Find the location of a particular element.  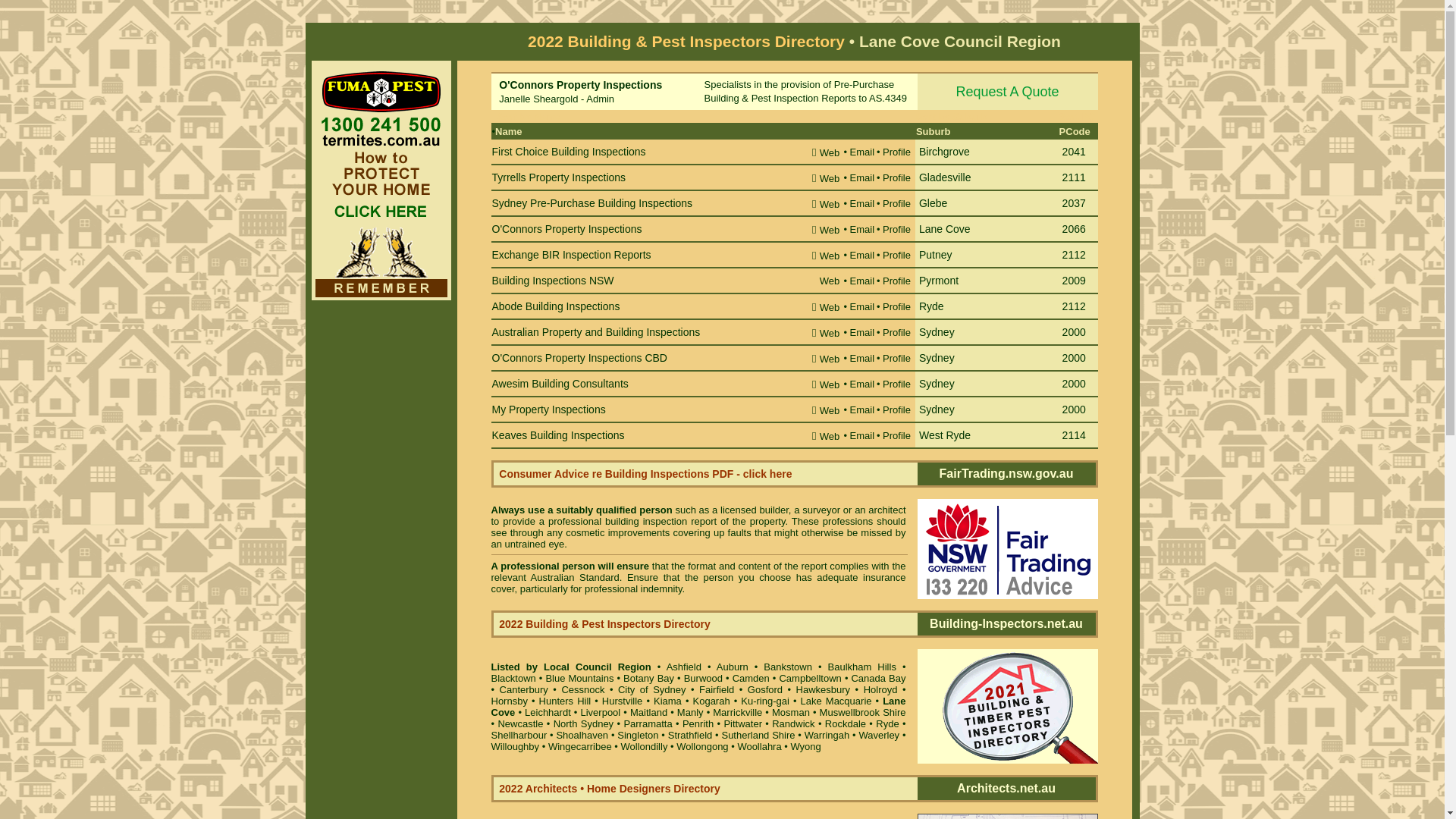

'Leichhardt' is located at coordinates (547, 712).